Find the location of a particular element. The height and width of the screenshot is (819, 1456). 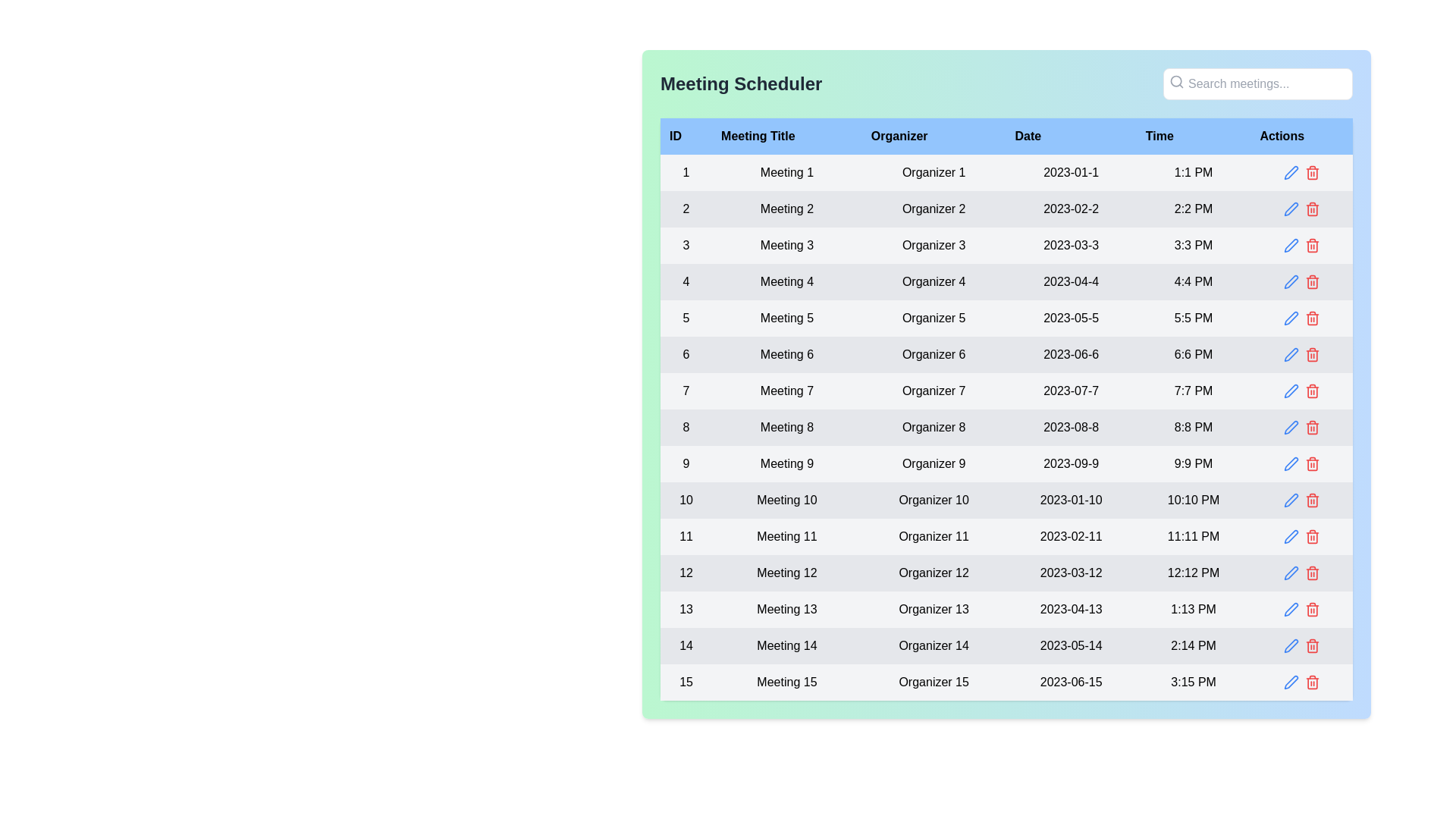

the static text label representing the unique identifier for Meeting 4 is located at coordinates (686, 281).